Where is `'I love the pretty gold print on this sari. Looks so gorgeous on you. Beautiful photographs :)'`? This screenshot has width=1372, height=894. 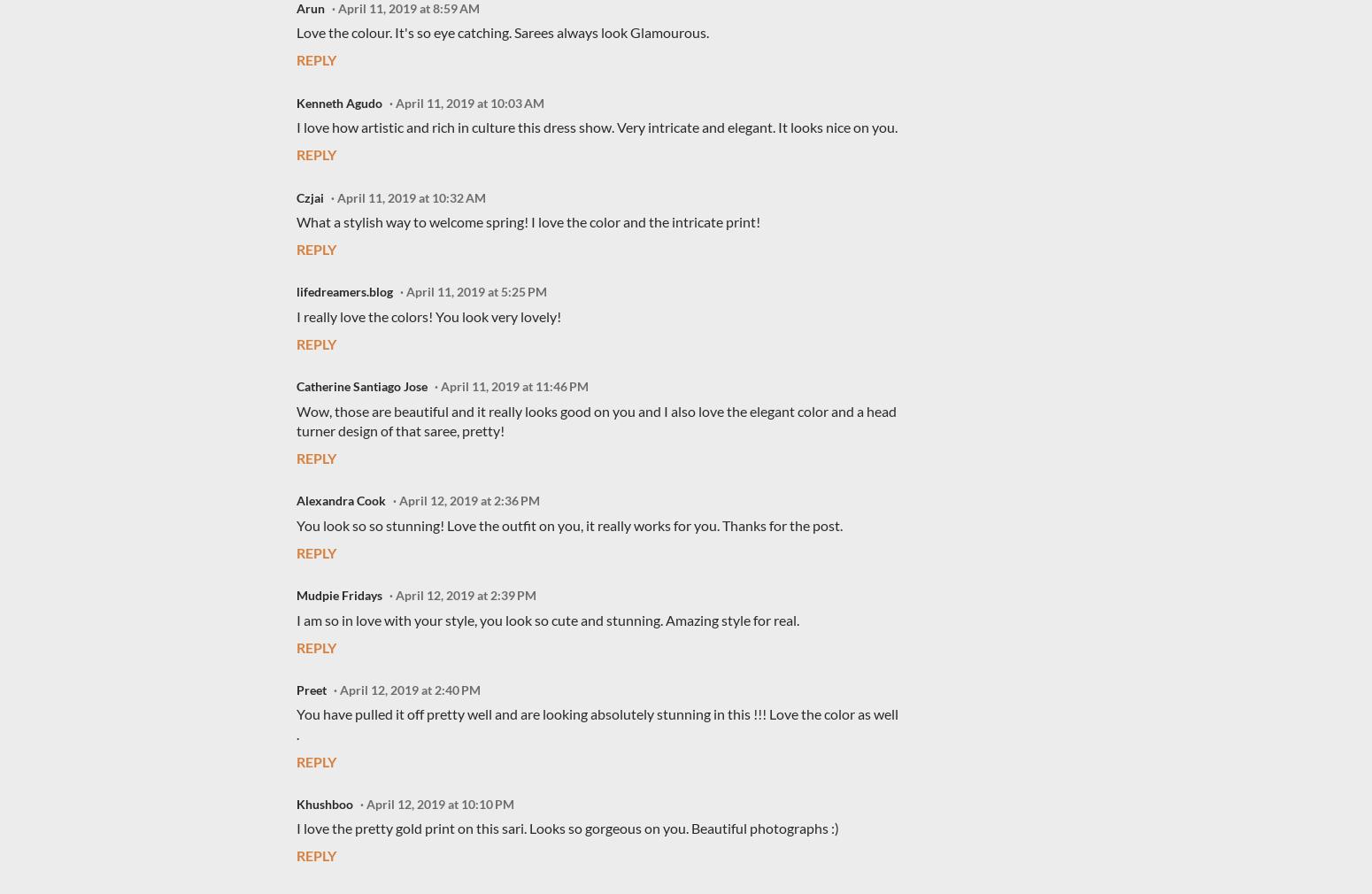 'I love the pretty gold print on this sari. Looks so gorgeous on you. Beautiful photographs :)' is located at coordinates (567, 828).